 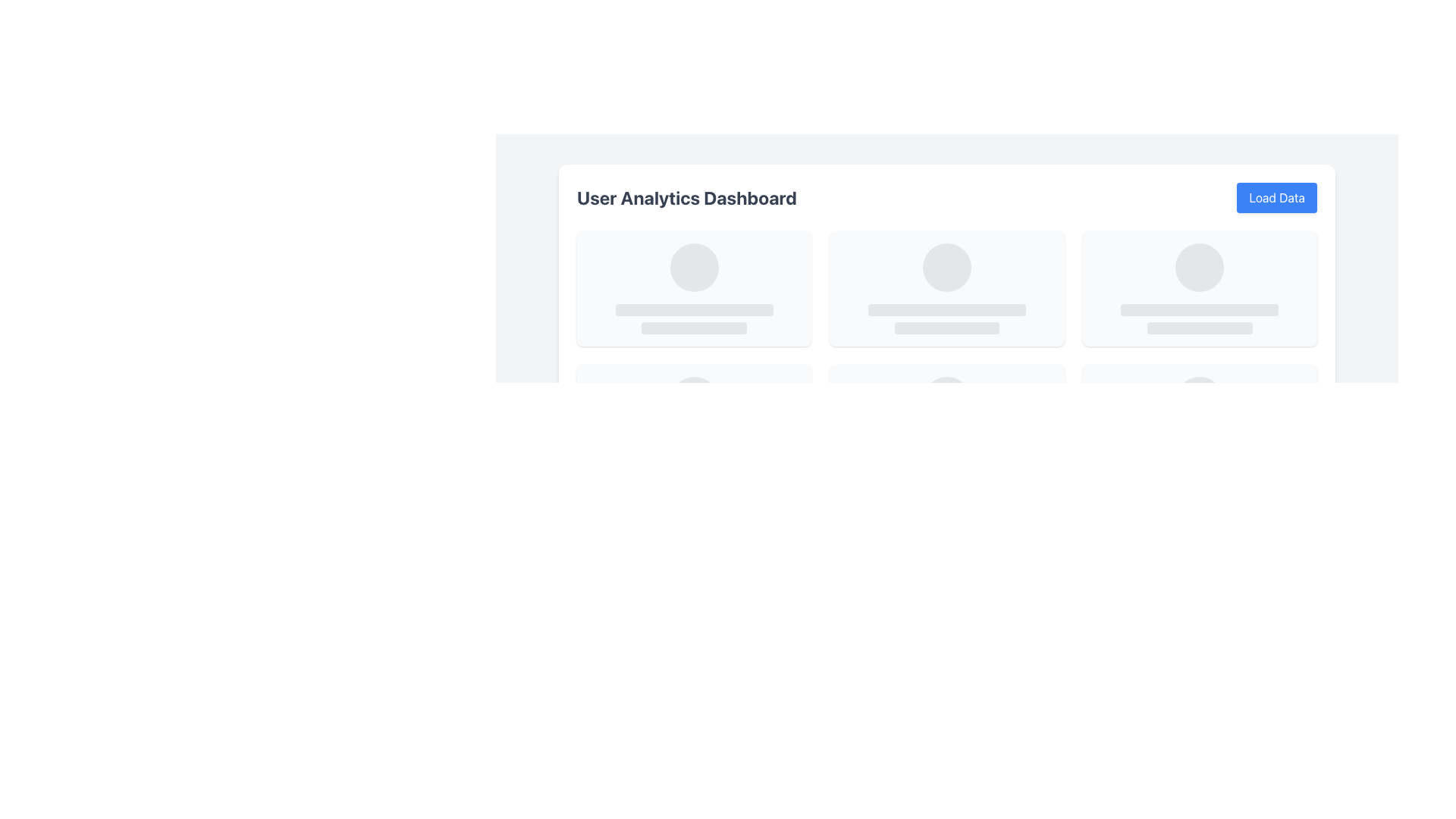 I want to click on title 'User Analytics Dashboard' from the Composite element located at the upper section of the dashboard interface, so click(x=946, y=197).